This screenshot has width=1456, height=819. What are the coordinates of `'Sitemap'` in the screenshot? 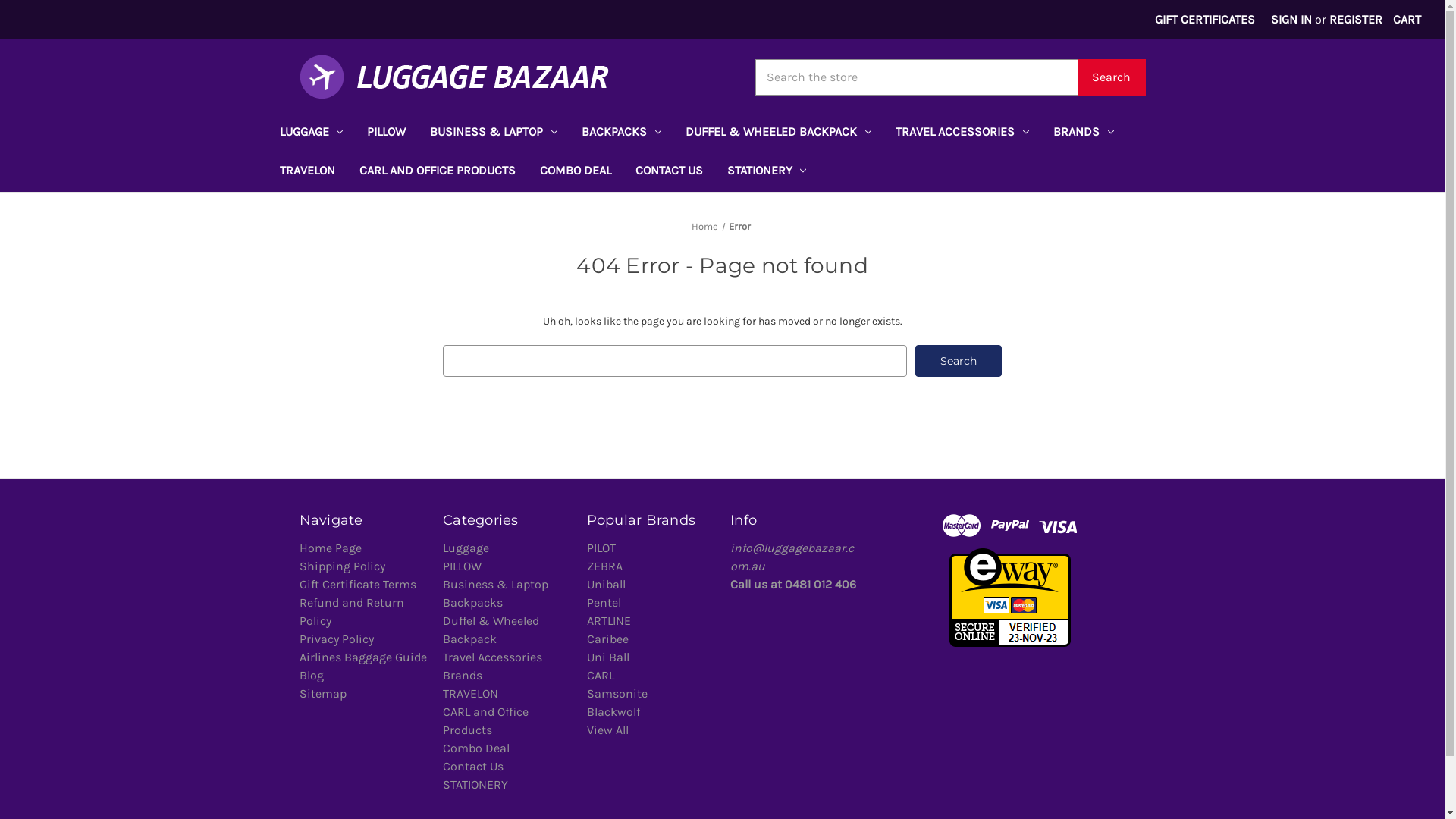 It's located at (322, 693).